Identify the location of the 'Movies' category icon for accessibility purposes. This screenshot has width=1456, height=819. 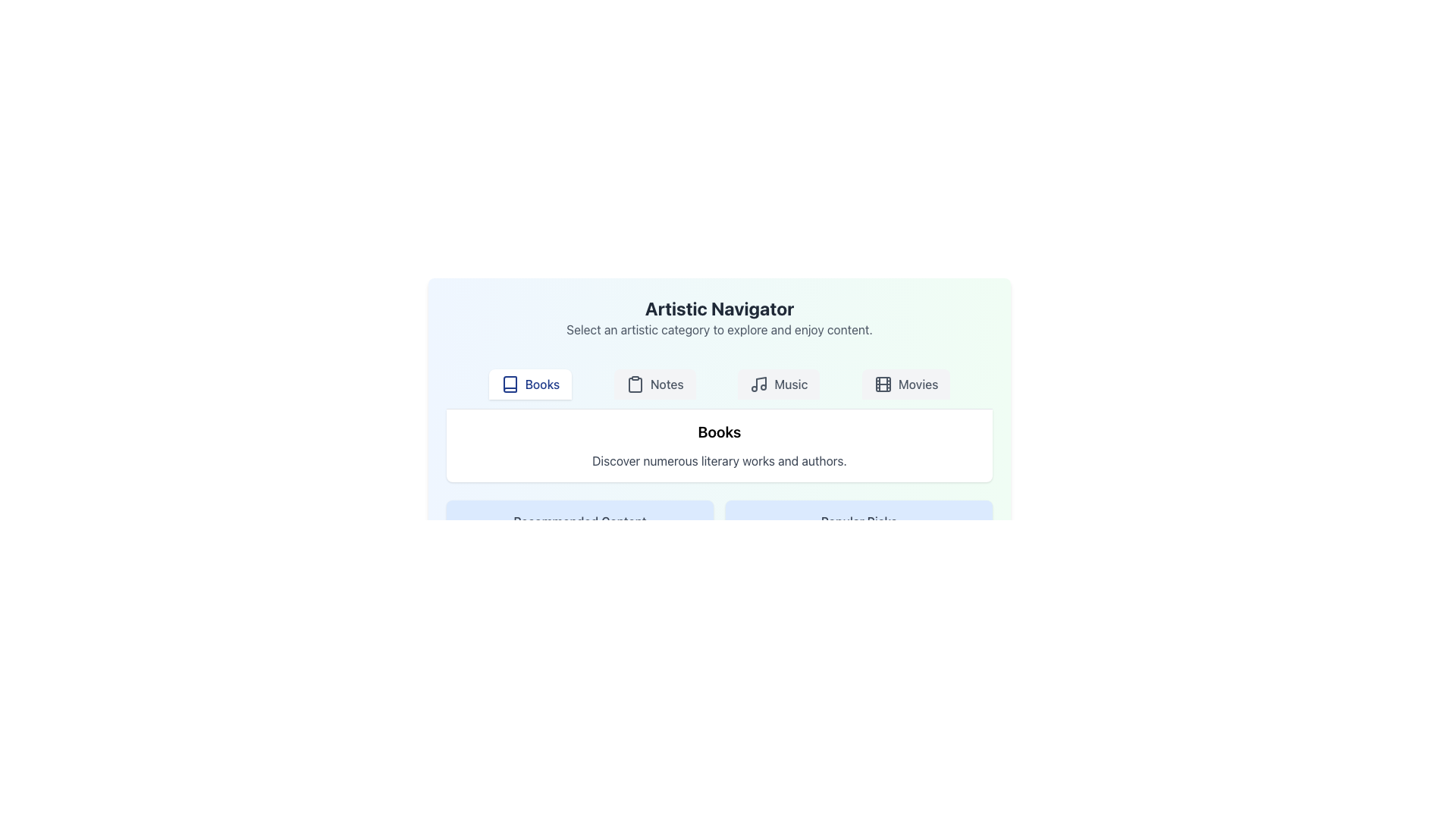
(883, 383).